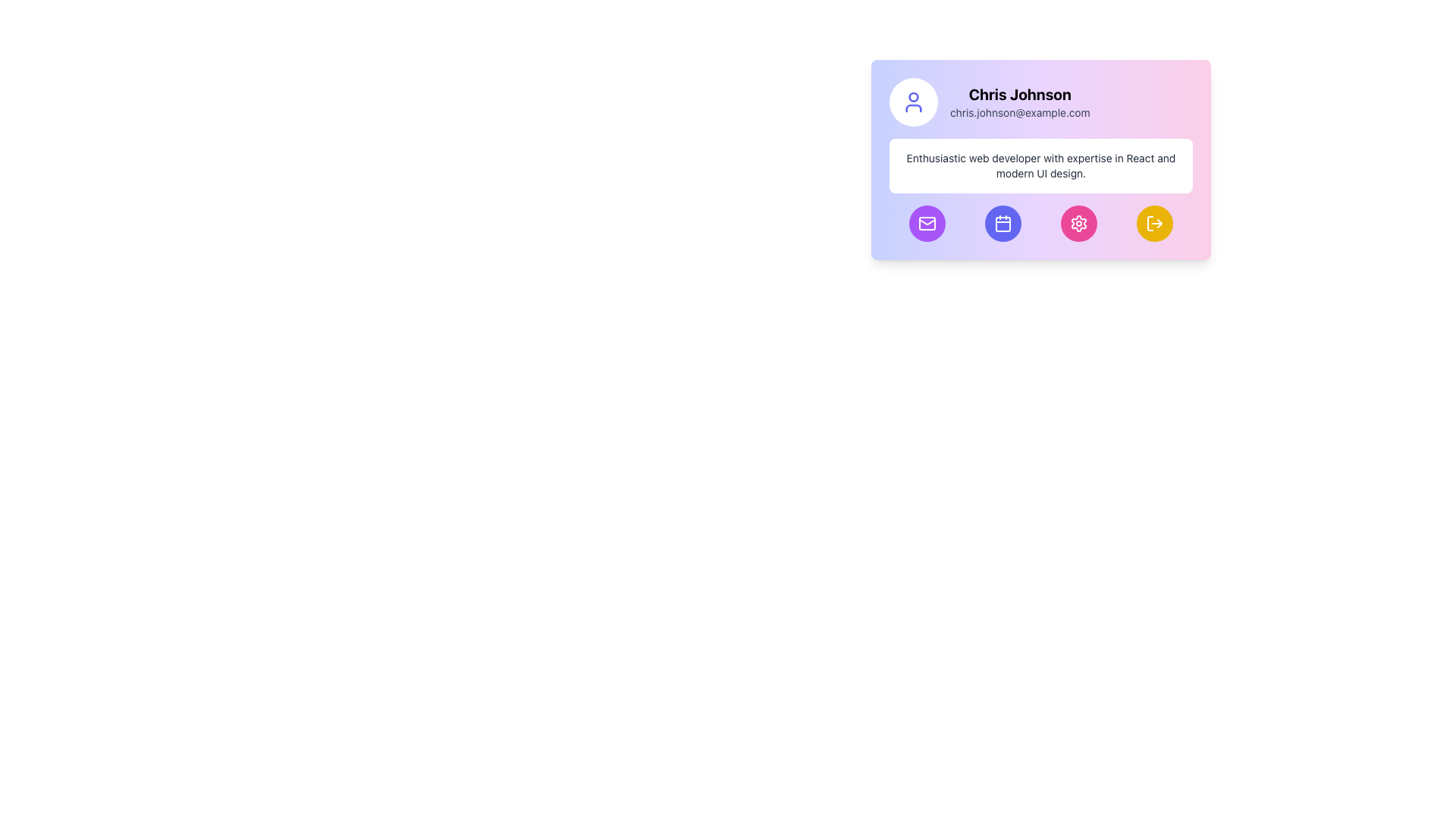 The width and height of the screenshot is (1456, 819). I want to click on the gear-shaped icon button, which has a pink background and a white outline, located at the bottom of the card displaying user 'Chris Johnson', so click(1078, 223).